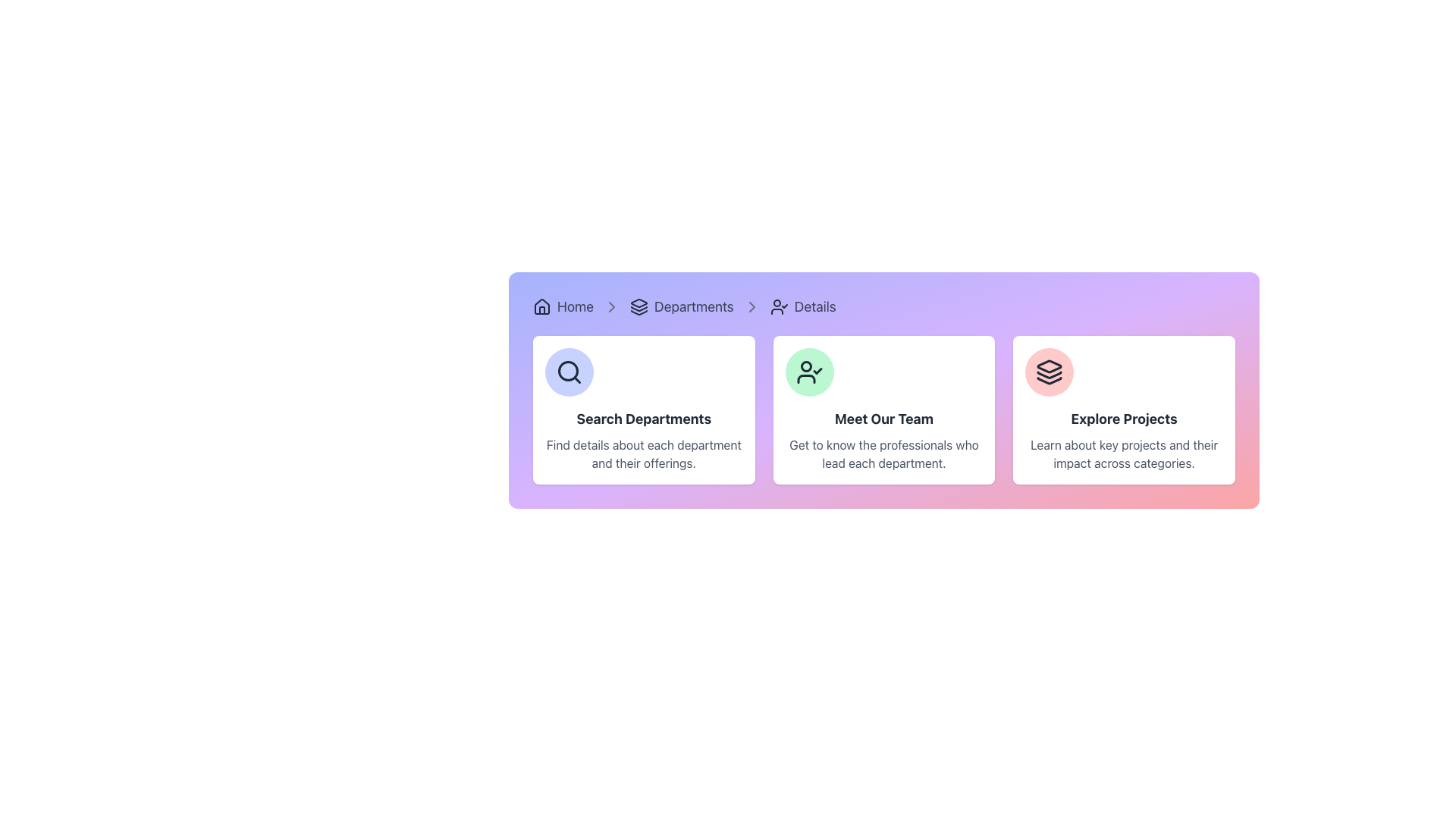 This screenshot has height=819, width=1456. Describe the element at coordinates (568, 372) in the screenshot. I see `the search icon, which is a magnifying glass on a circular indigo background, located within the 'Search Departments' card` at that location.